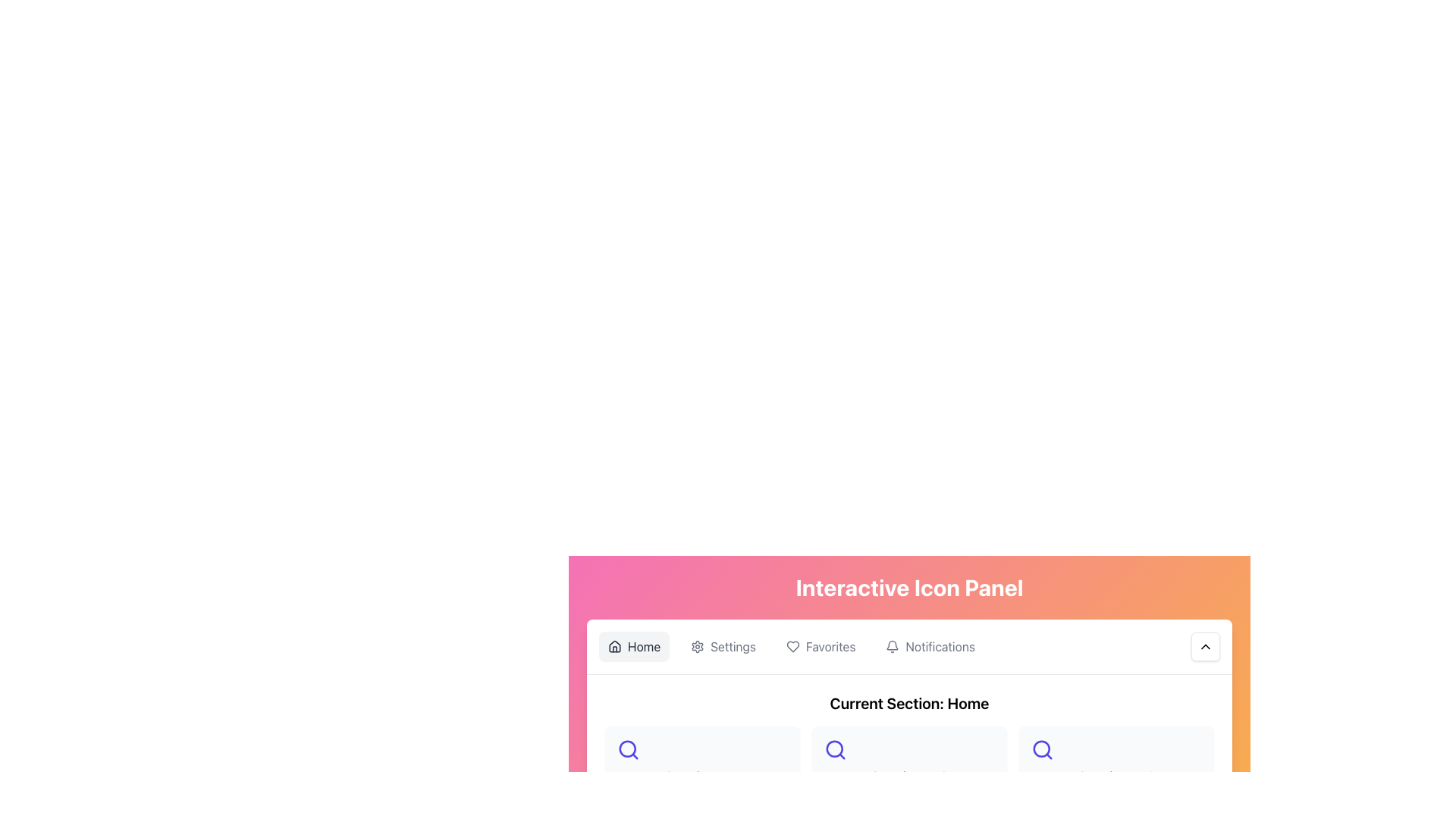 The image size is (1456, 819). Describe the element at coordinates (792, 646) in the screenshot. I see `the heart-shaped icon with a sharp gray outline, located to the left of the 'Favorites' text in the horizontal menu bar below the header 'Interactive Icon Panel'` at that location.